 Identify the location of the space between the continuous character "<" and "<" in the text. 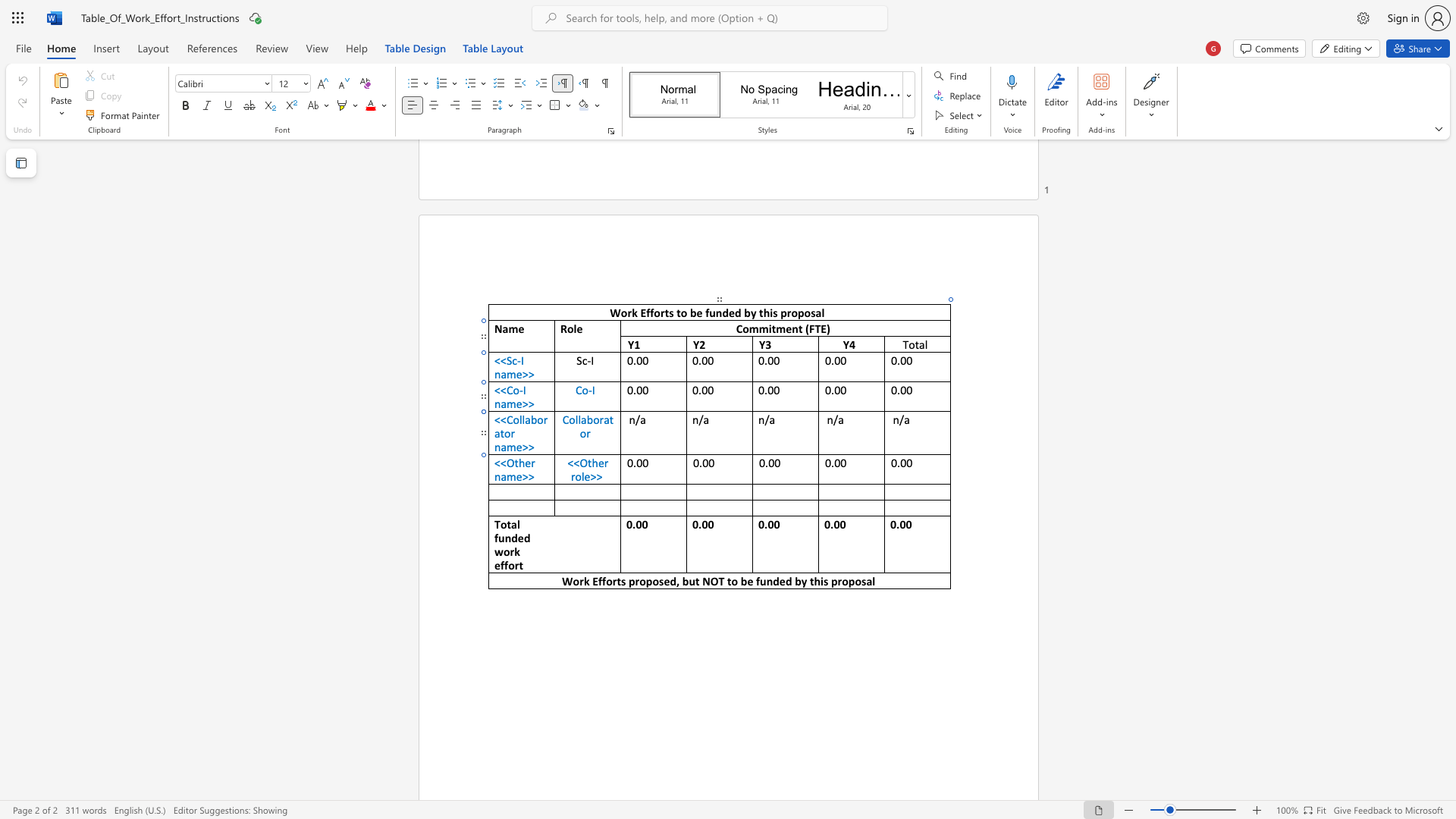
(500, 462).